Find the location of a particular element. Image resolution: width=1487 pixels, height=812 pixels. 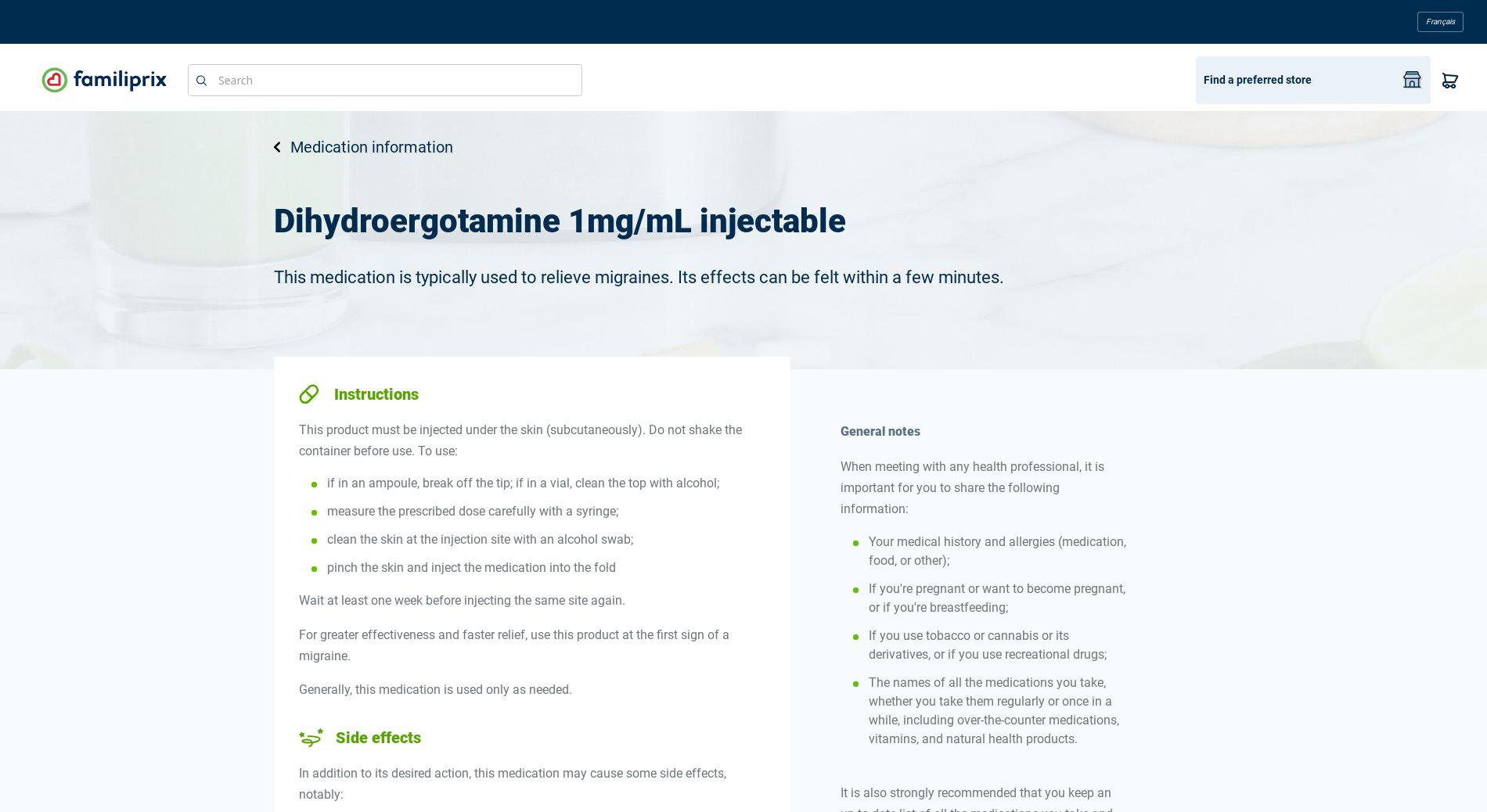

'This product must be injected under the skin (subcutaneously). Do not shake the container before use. To use:' is located at coordinates (520, 440).